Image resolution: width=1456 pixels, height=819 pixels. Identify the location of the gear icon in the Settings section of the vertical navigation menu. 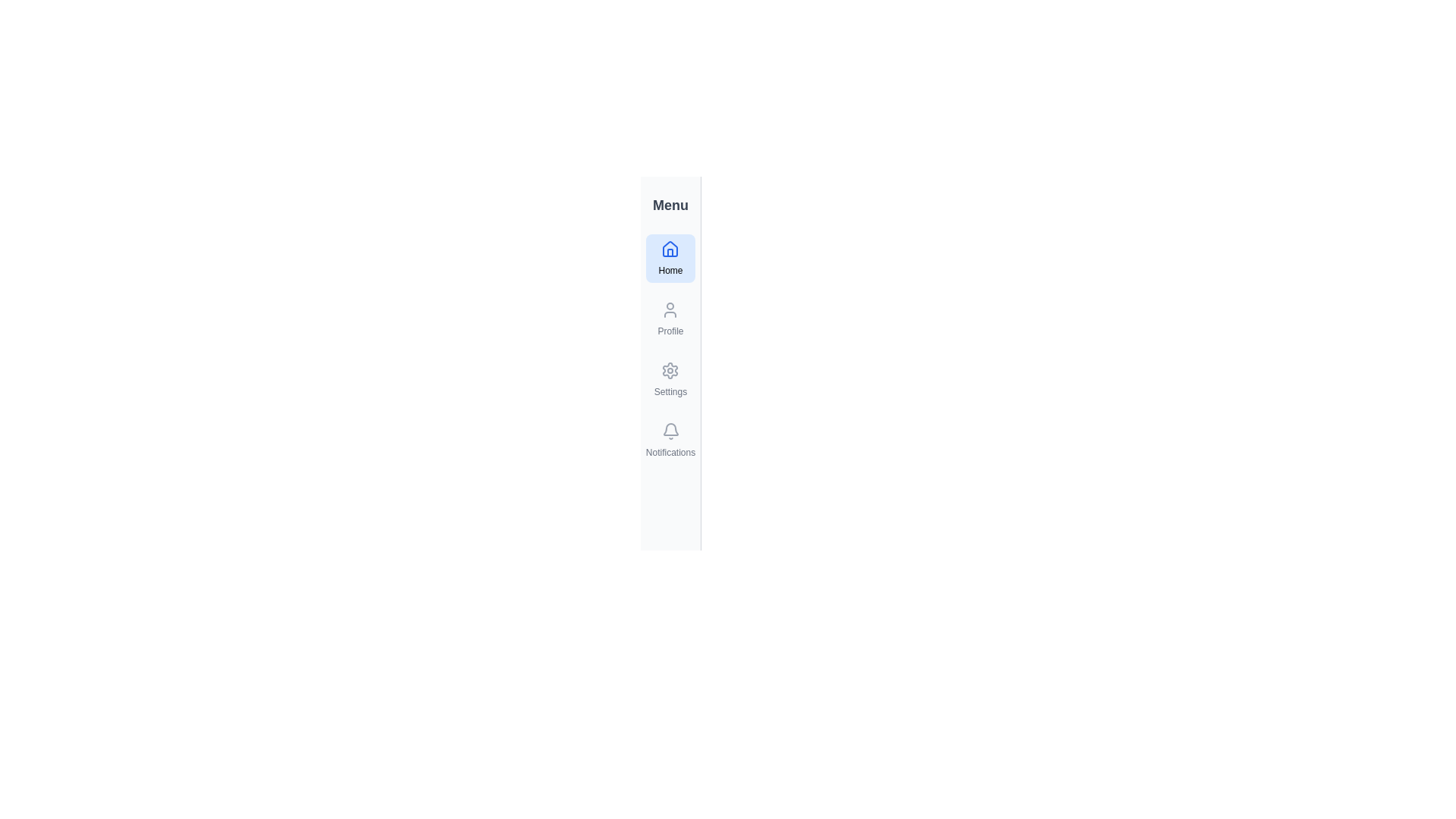
(670, 371).